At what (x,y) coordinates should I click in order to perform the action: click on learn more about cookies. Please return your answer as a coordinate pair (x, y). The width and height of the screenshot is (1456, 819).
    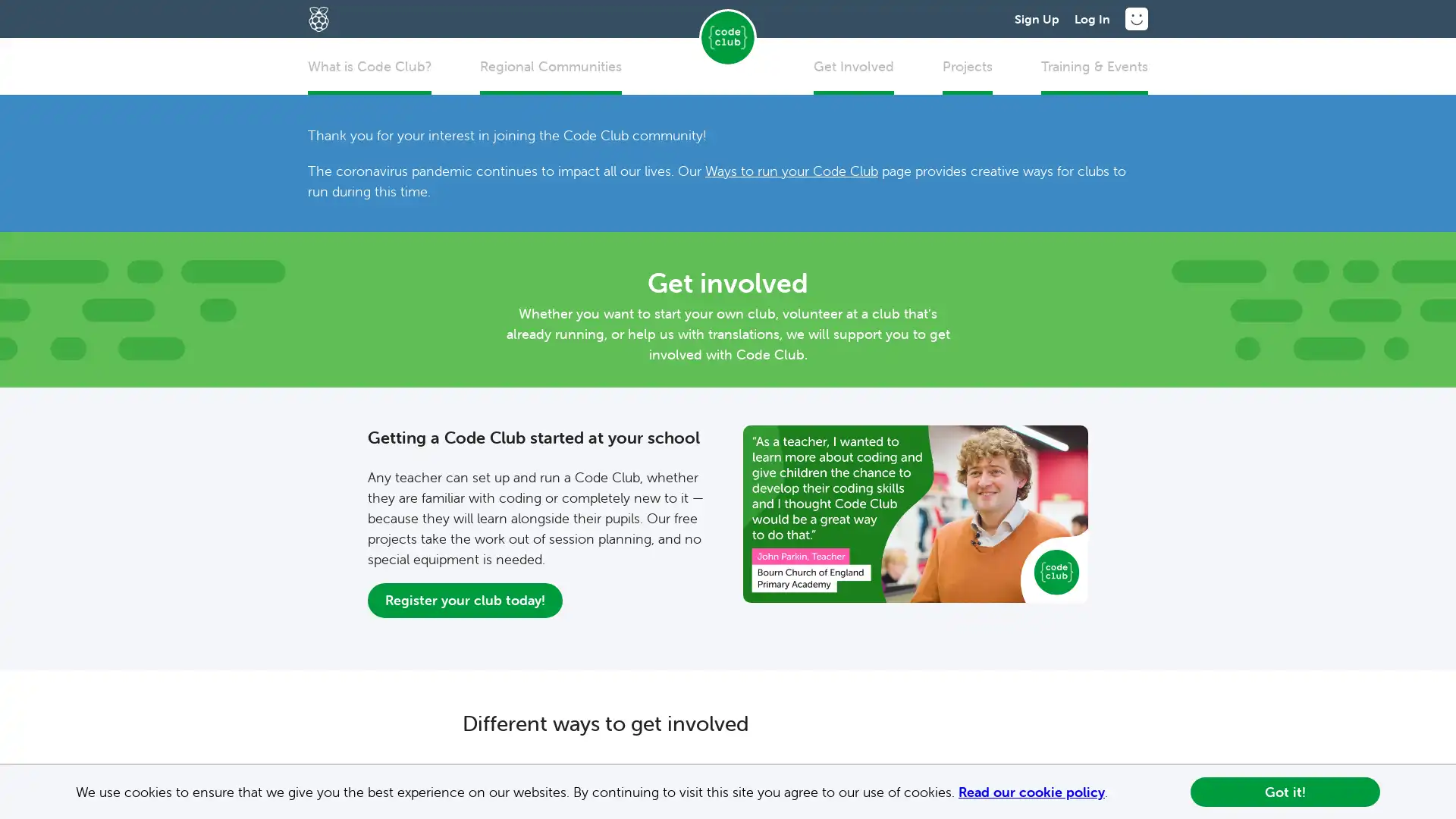
    Looking at the image, I should click on (1114, 792).